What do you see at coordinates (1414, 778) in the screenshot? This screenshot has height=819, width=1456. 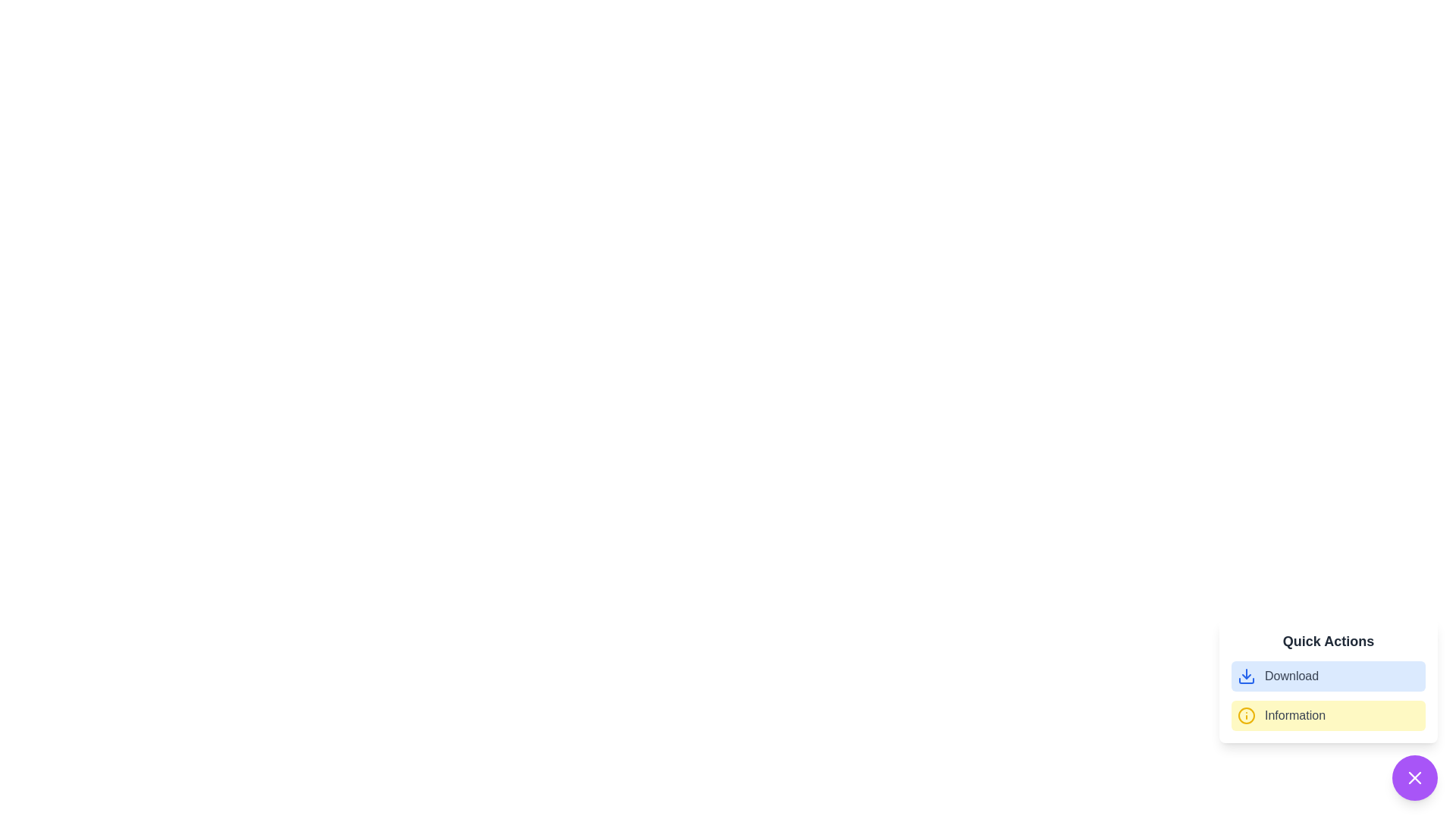 I see `the purple circular button containing the SVG line that forms a diagonal cross, representing a close or dismiss icon` at bounding box center [1414, 778].